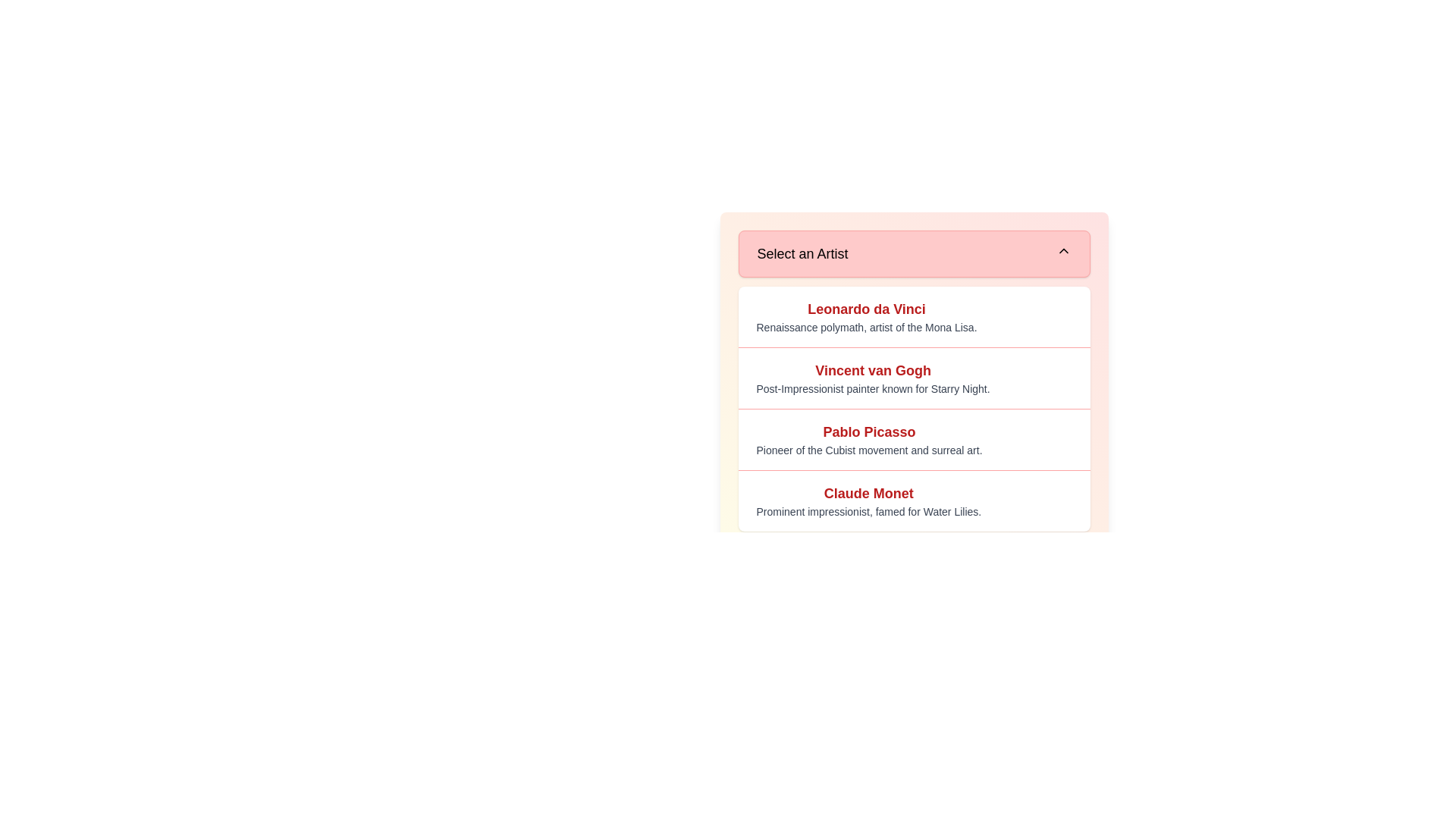 This screenshot has width=1456, height=819. Describe the element at coordinates (913, 377) in the screenshot. I see `descriptive text of the list item featuring 'Vincent van Gogh', which includes the name in bold red font and a description in gray font` at that location.